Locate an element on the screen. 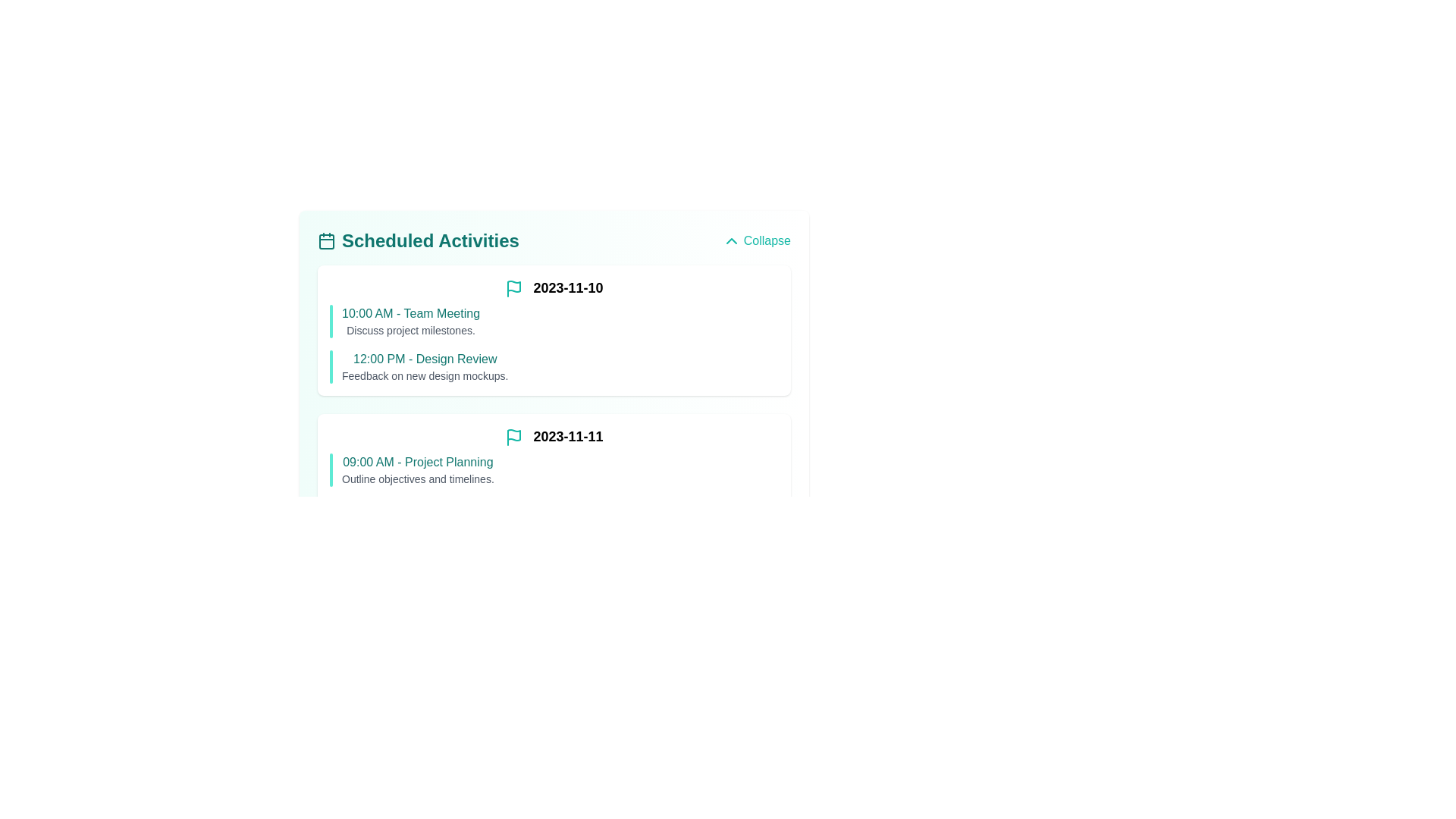 Image resolution: width=1456 pixels, height=819 pixels. the List of event descriptors that displays the schedule of activities for the day '2023-11-10', located below the date and above subsequent event cards is located at coordinates (553, 341).